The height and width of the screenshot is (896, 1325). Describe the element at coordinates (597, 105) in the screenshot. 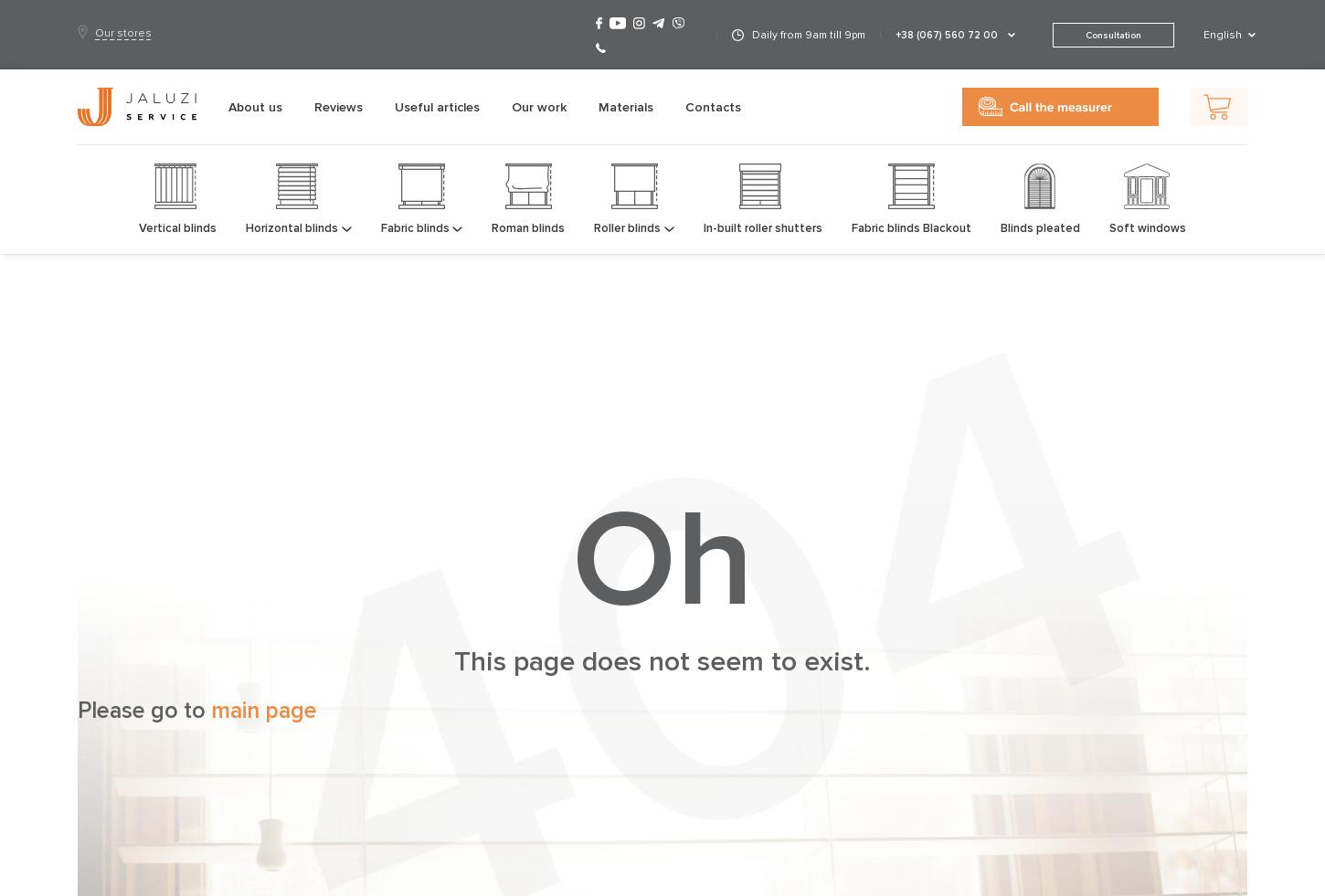

I see `'Materials'` at that location.